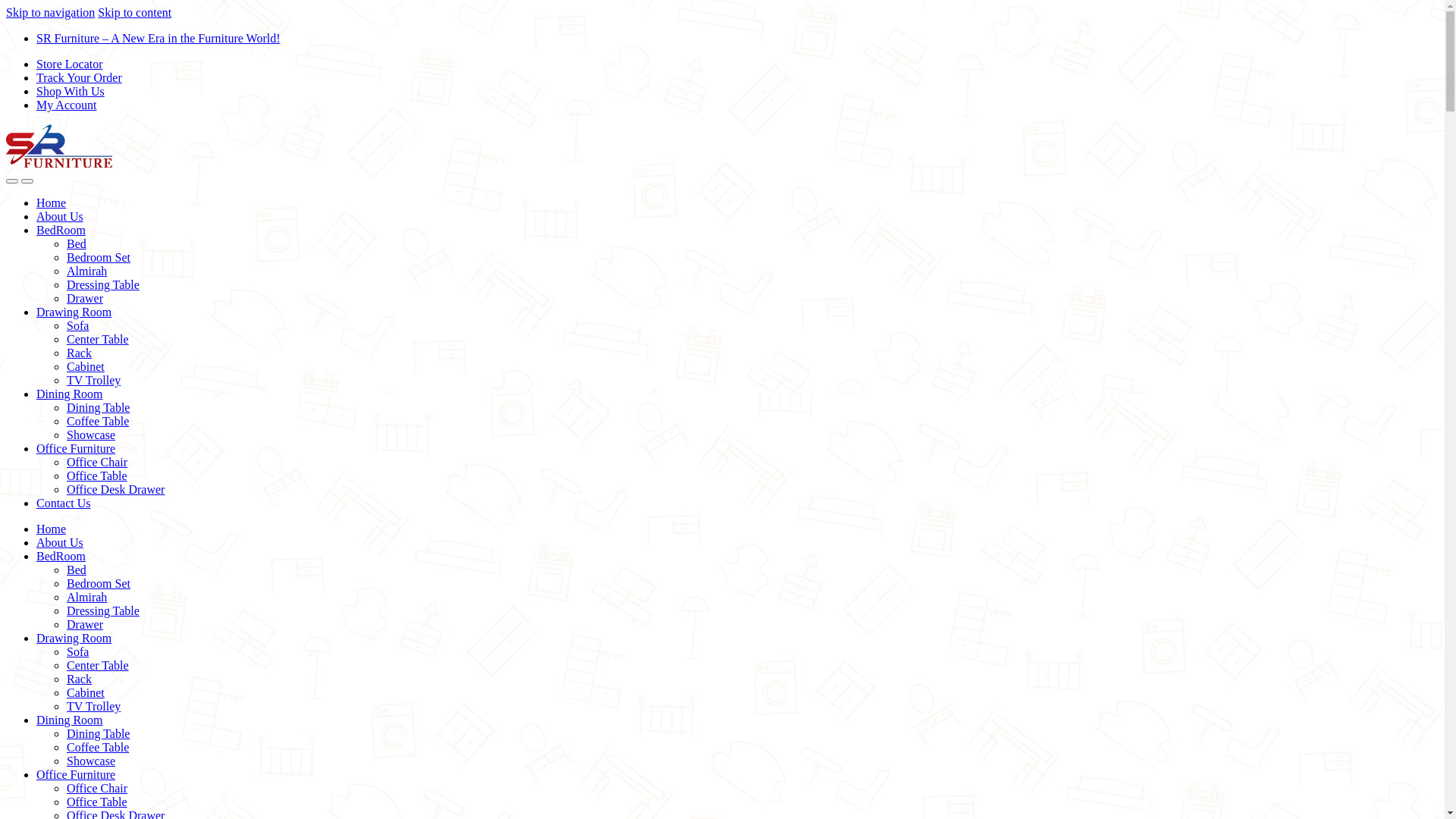 Image resolution: width=1456 pixels, height=819 pixels. What do you see at coordinates (77, 325) in the screenshot?
I see `'Sofa'` at bounding box center [77, 325].